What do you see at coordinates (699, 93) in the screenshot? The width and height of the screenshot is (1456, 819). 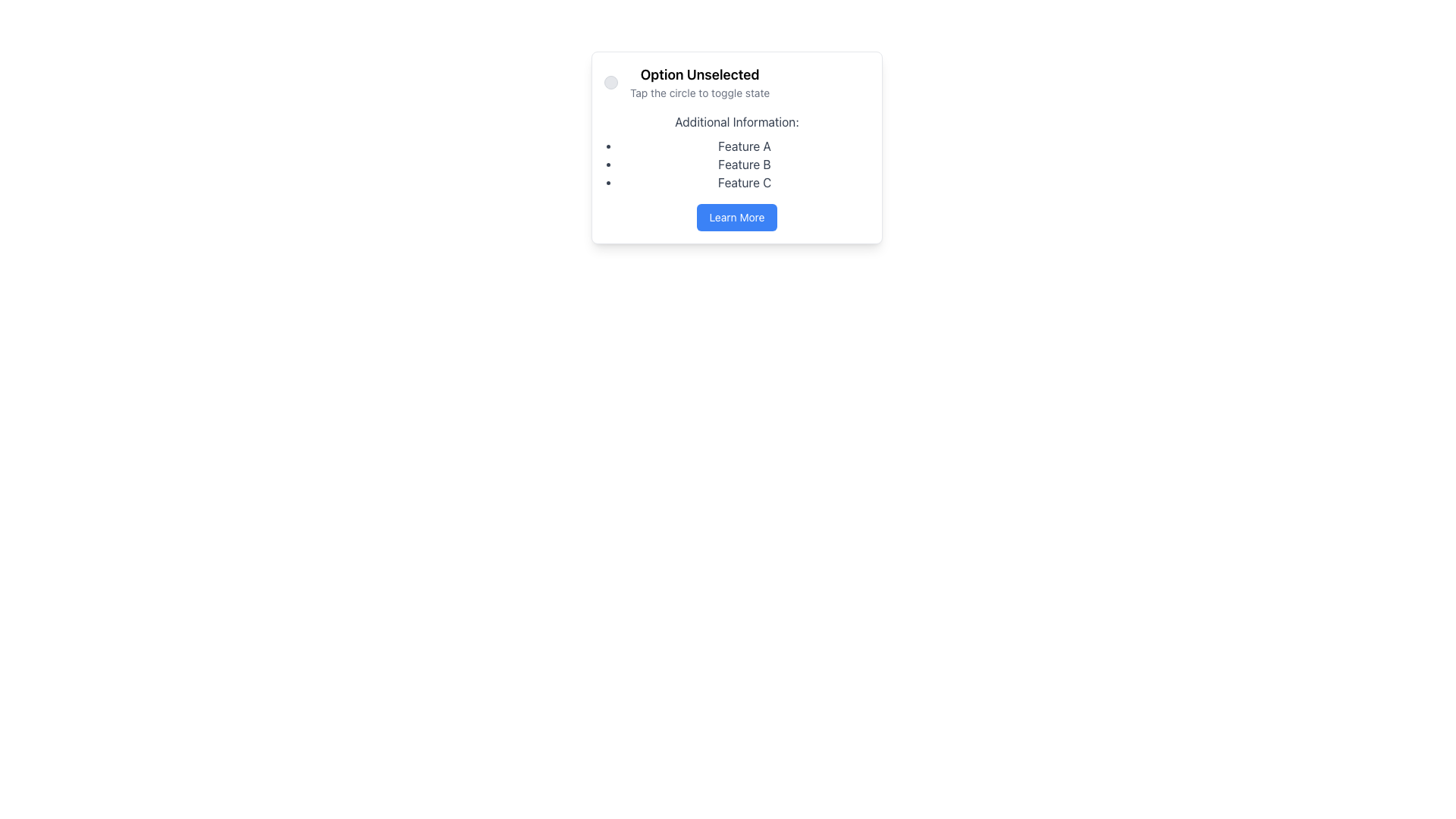 I see `instructions provided by the text element stating 'Tap the circle to toggle state,' which is positioned below the title 'Option Unselected' within a card-like interface` at bounding box center [699, 93].